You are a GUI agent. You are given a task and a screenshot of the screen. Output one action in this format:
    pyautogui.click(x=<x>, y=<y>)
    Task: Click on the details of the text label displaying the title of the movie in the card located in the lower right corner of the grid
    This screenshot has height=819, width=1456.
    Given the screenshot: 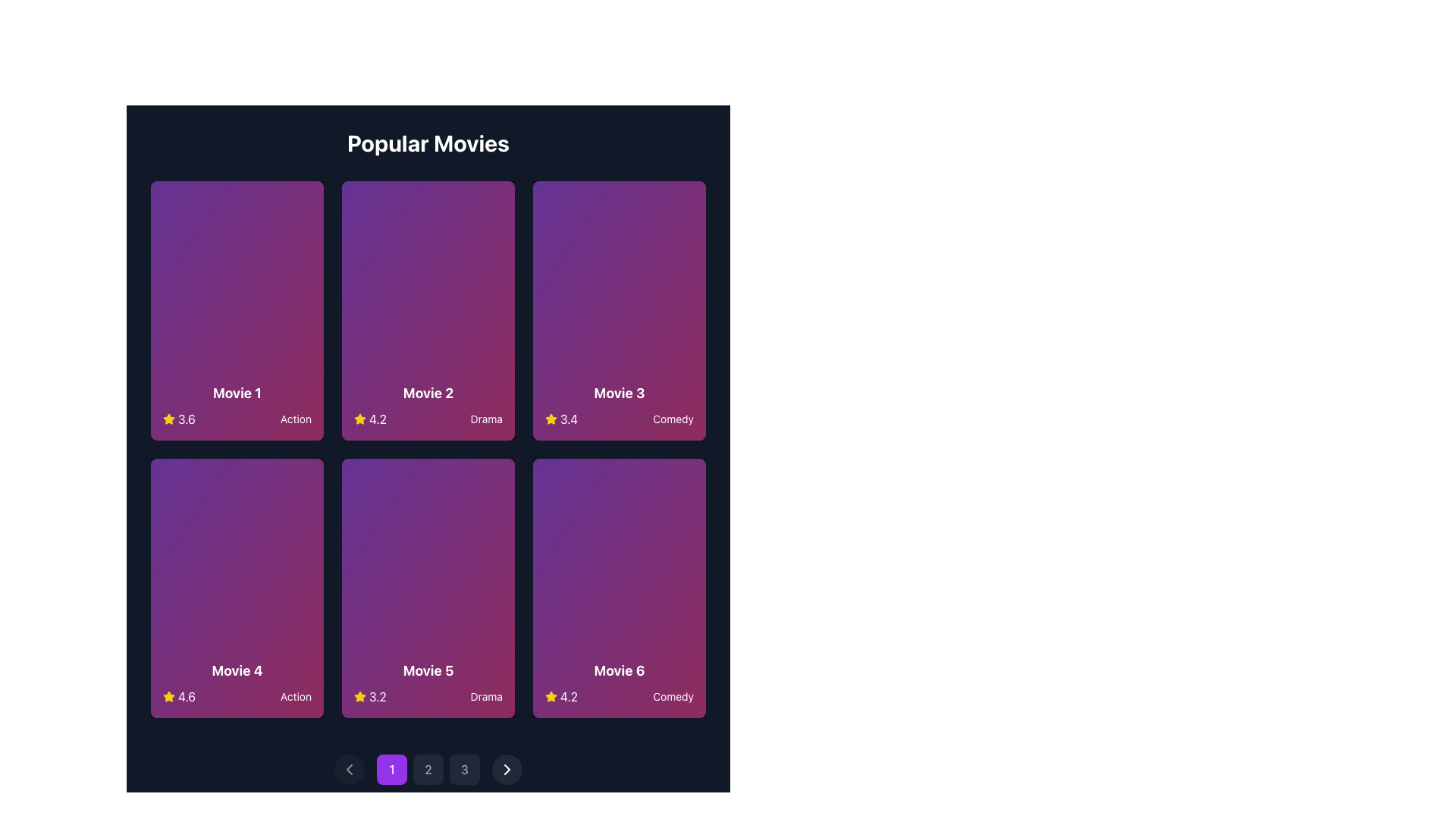 What is the action you would take?
    pyautogui.click(x=619, y=670)
    